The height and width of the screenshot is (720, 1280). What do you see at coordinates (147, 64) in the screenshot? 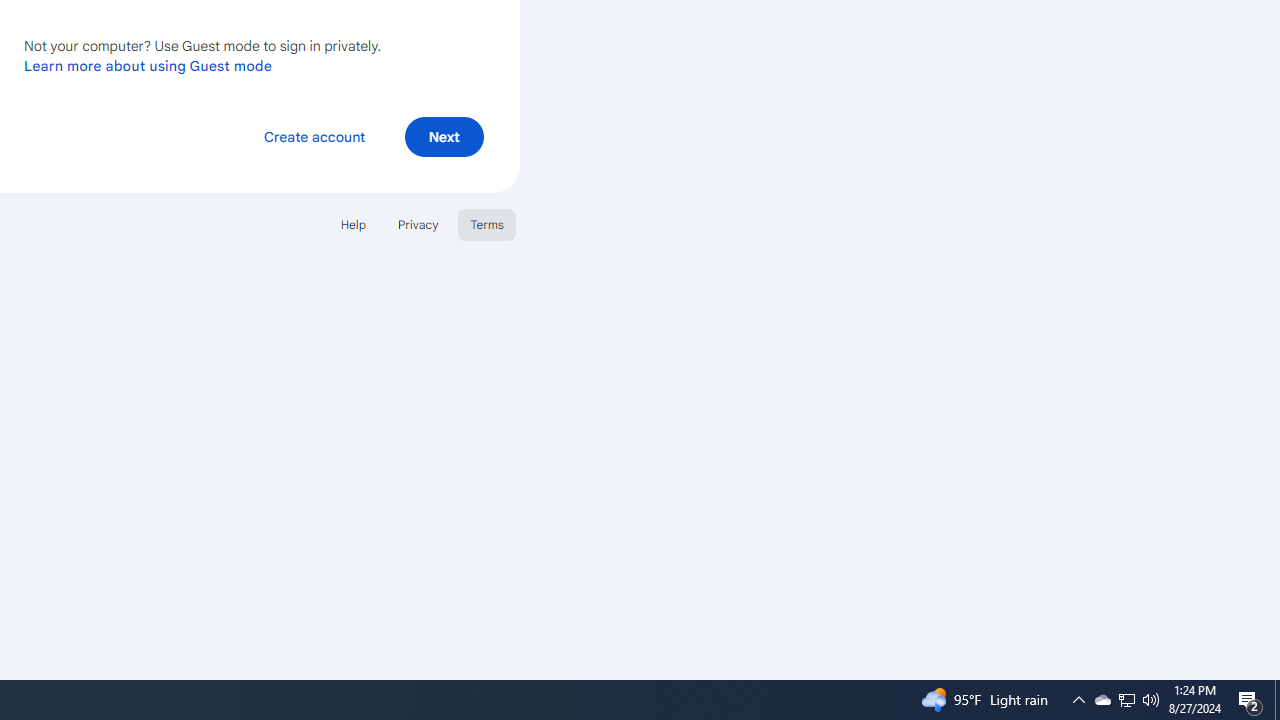
I see `'Learn more about using Guest mode'` at bounding box center [147, 64].